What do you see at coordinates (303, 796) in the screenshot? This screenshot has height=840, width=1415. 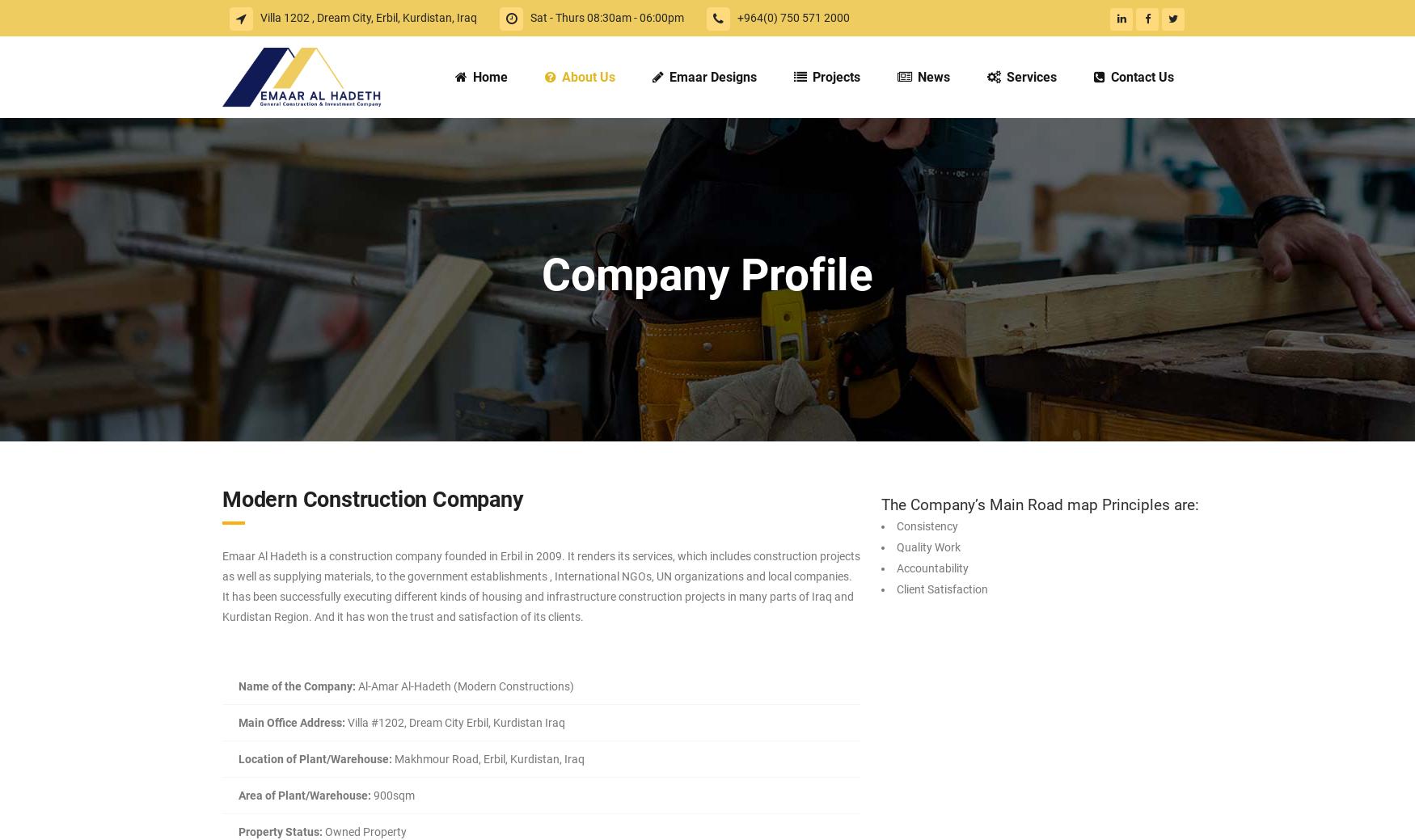 I see `'Area of Plant/Warehouse:'` at bounding box center [303, 796].